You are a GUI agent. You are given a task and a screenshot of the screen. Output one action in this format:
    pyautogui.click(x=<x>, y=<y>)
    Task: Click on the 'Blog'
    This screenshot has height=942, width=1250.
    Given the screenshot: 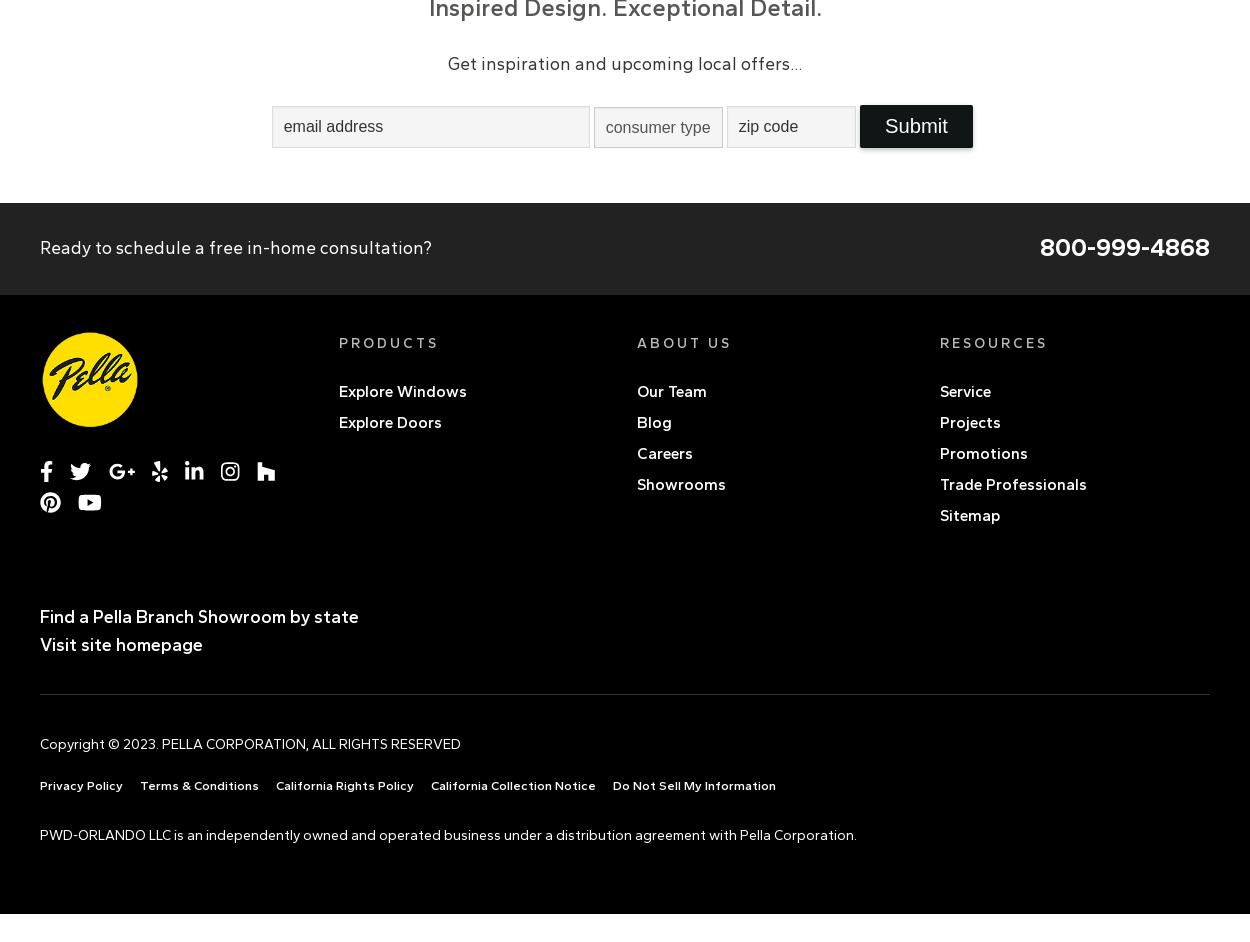 What is the action you would take?
    pyautogui.click(x=654, y=421)
    